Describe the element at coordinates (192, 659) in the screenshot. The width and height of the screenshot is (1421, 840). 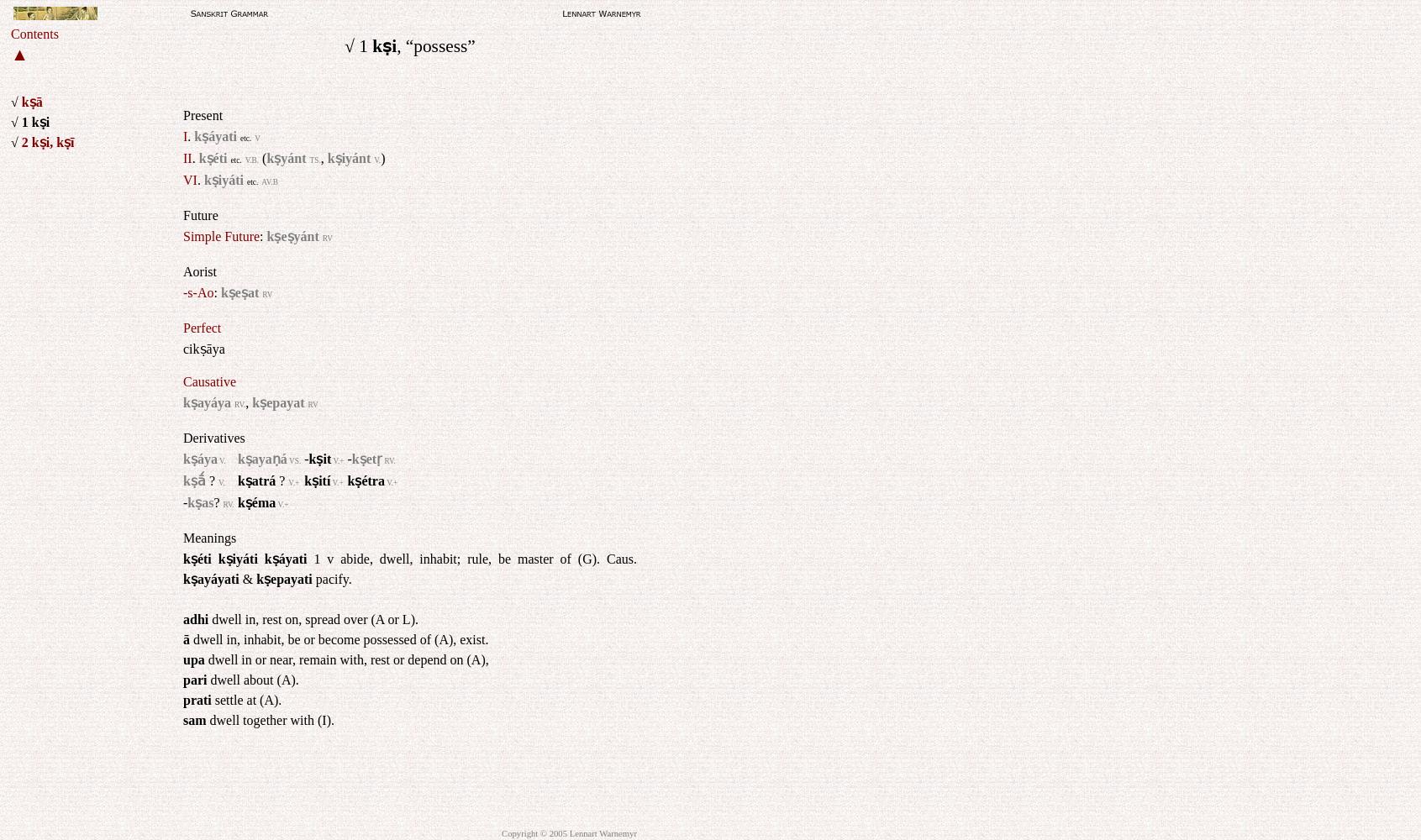
I see `'upa'` at that location.